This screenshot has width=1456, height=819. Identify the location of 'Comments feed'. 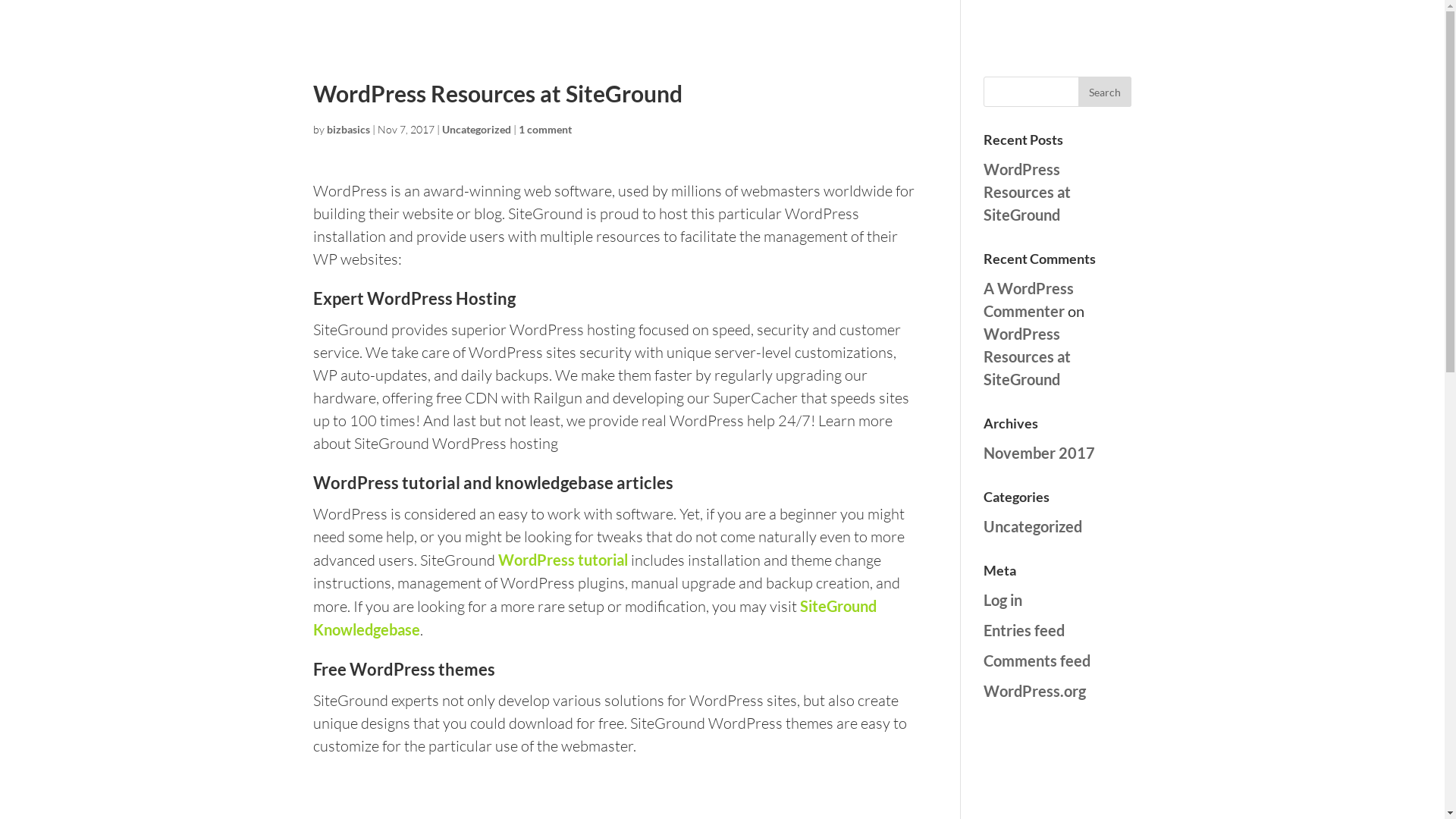
(1036, 660).